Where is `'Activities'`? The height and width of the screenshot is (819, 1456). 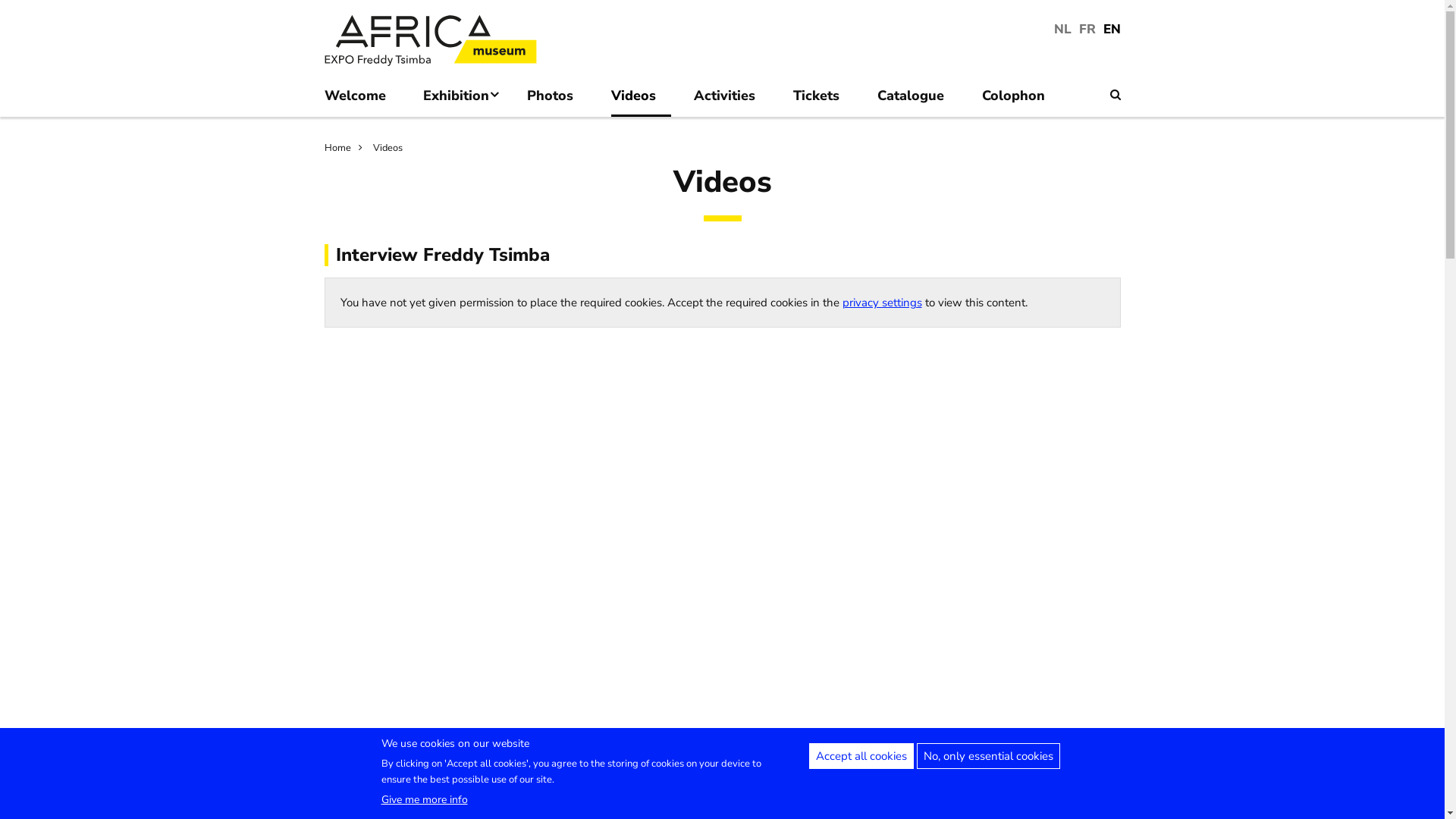 'Activities' is located at coordinates (732, 99).